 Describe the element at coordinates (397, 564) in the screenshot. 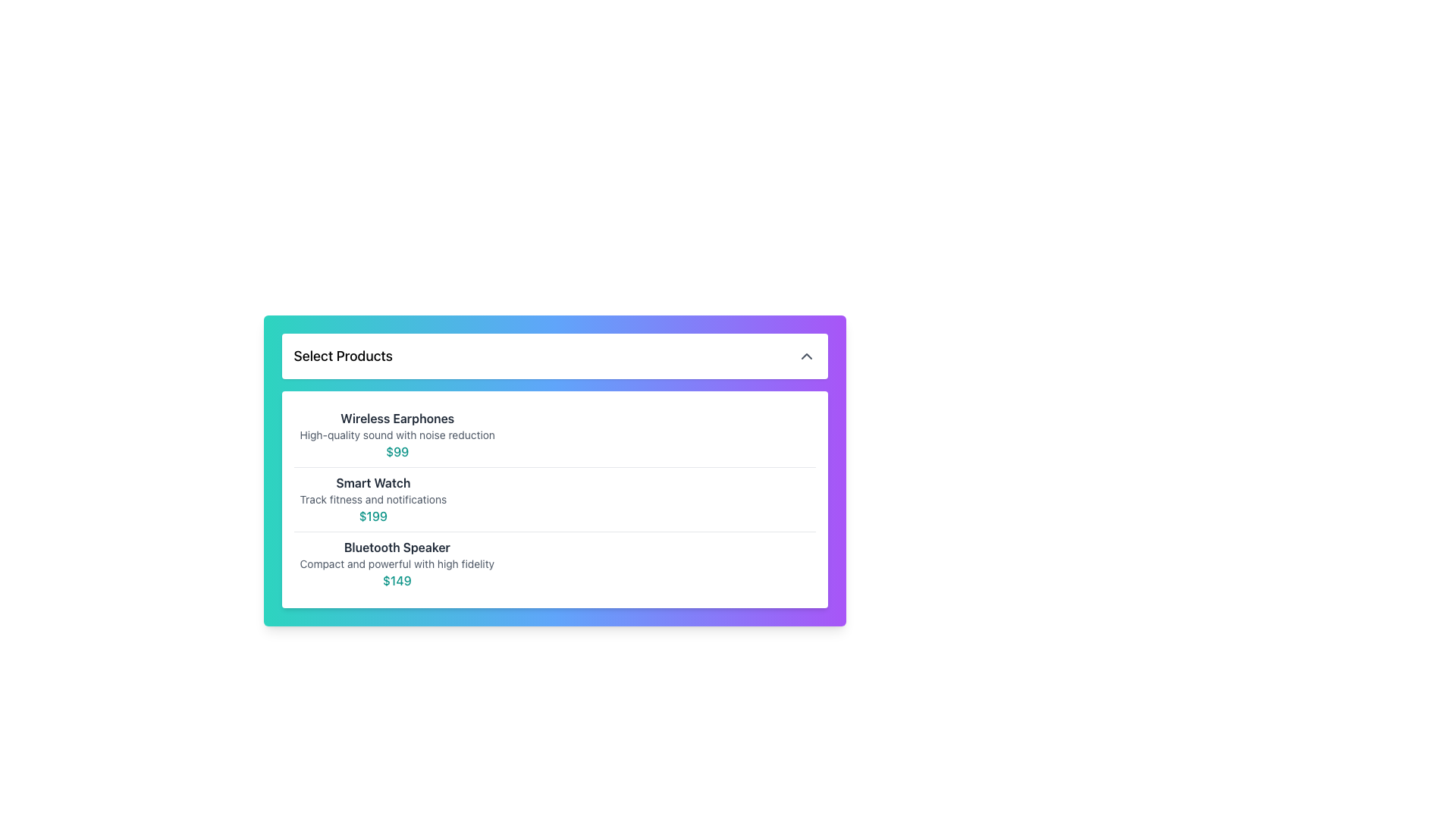

I see `text content of the descriptive text label that reads 'Compact and powerful with high fidelity', which is styled in gray and positioned between the title 'Bluetooth Speaker' and the price '$149'` at that location.